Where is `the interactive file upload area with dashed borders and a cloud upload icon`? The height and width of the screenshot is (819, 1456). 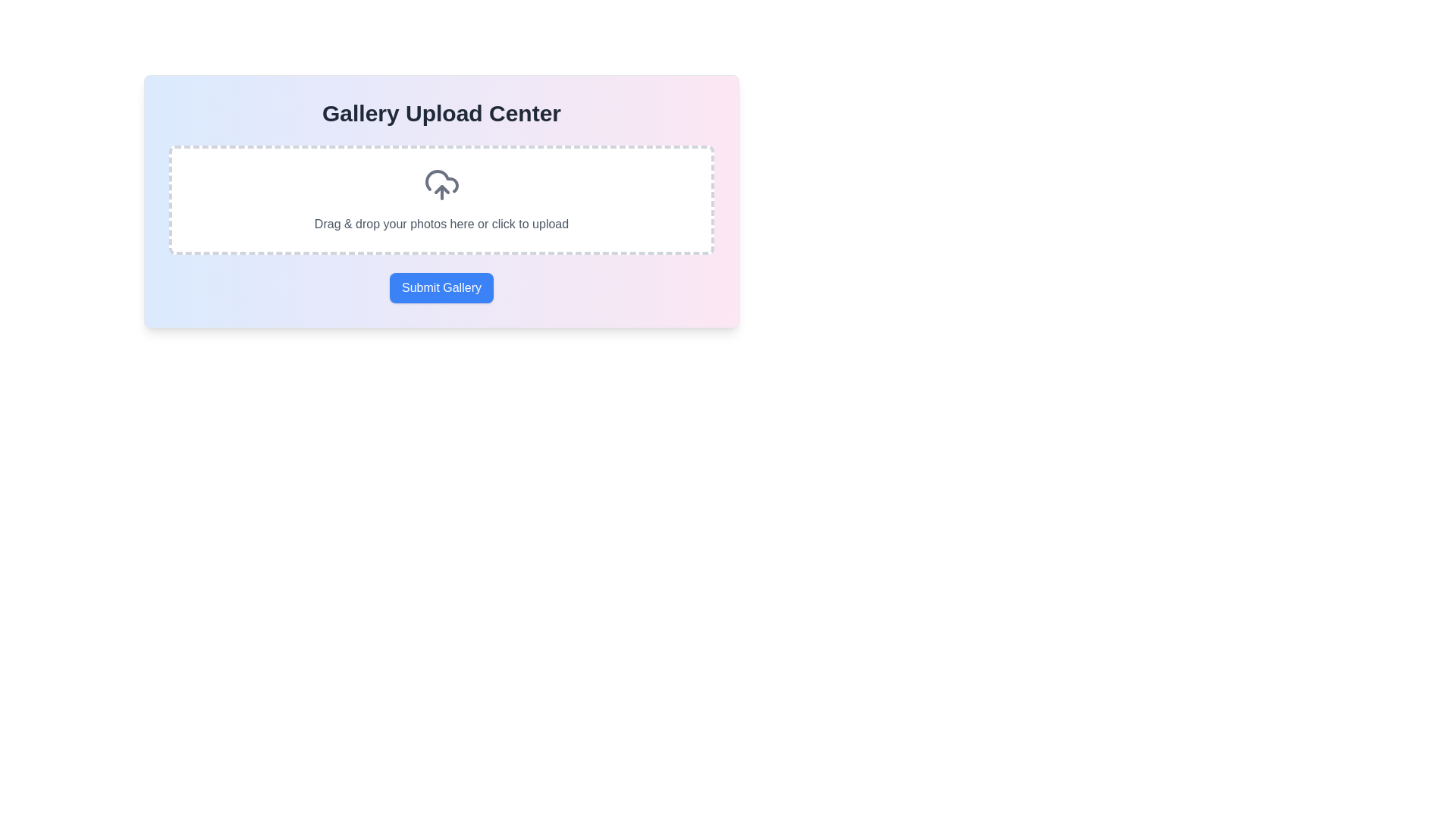
the interactive file upload area with dashed borders and a cloud upload icon is located at coordinates (441, 199).